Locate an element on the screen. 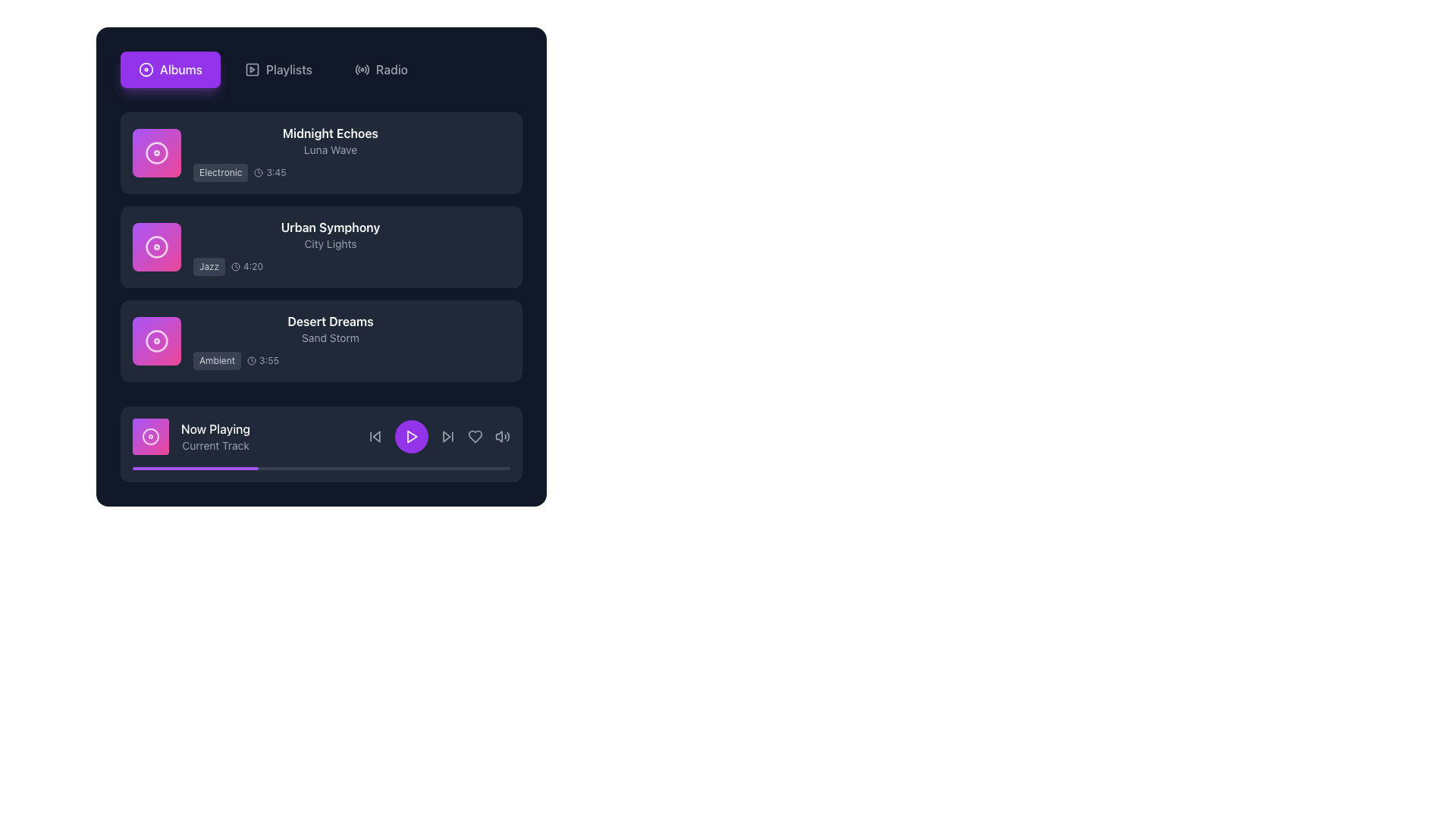 This screenshot has height=819, width=1456. the 'Now Playing' text label, which displays the current track information in a dark-themed interface, located at the bottom section adjacent to playback control buttons is located at coordinates (215, 436).